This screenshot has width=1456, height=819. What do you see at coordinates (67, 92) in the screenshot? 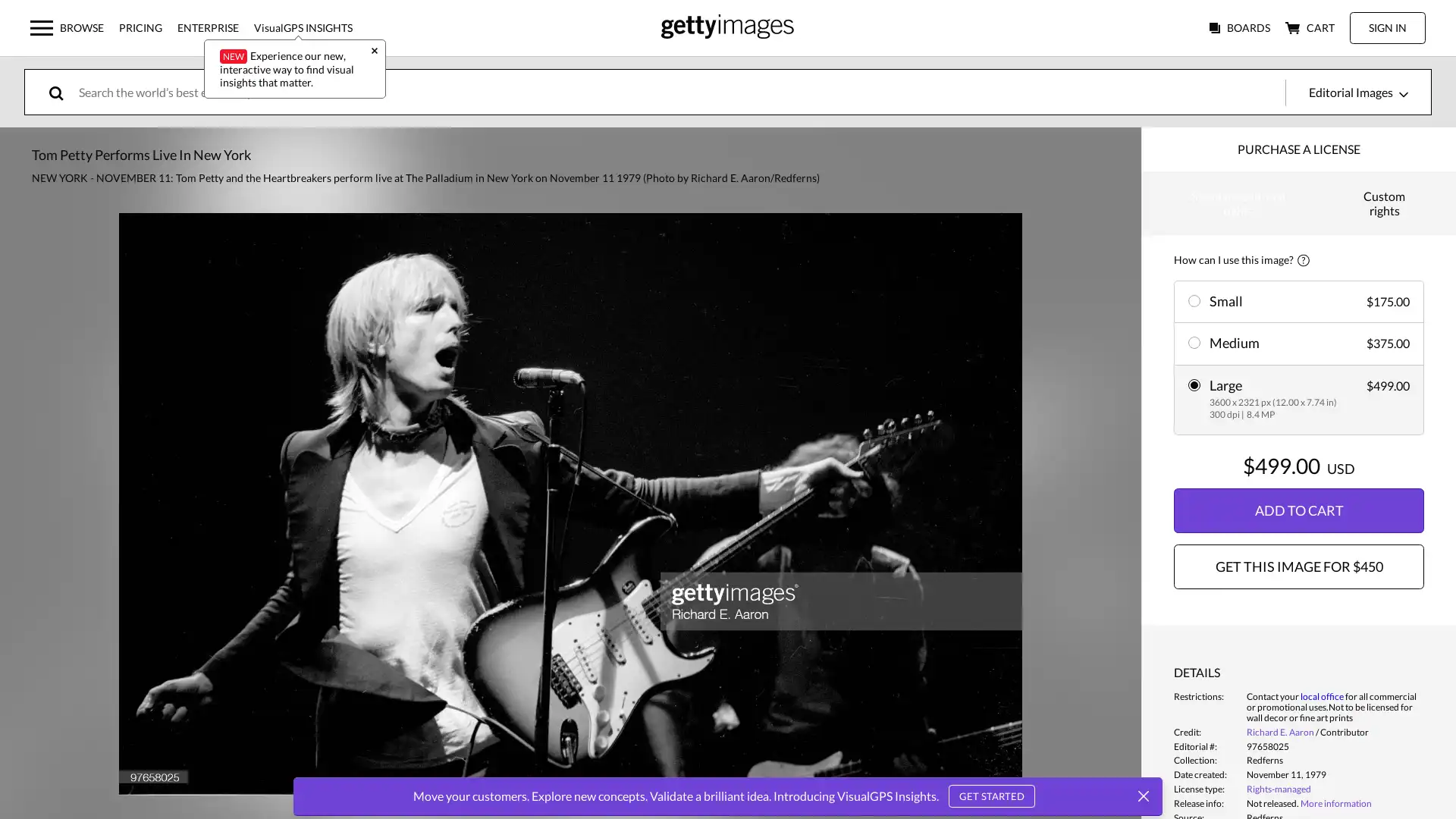
I see `search` at bounding box center [67, 92].